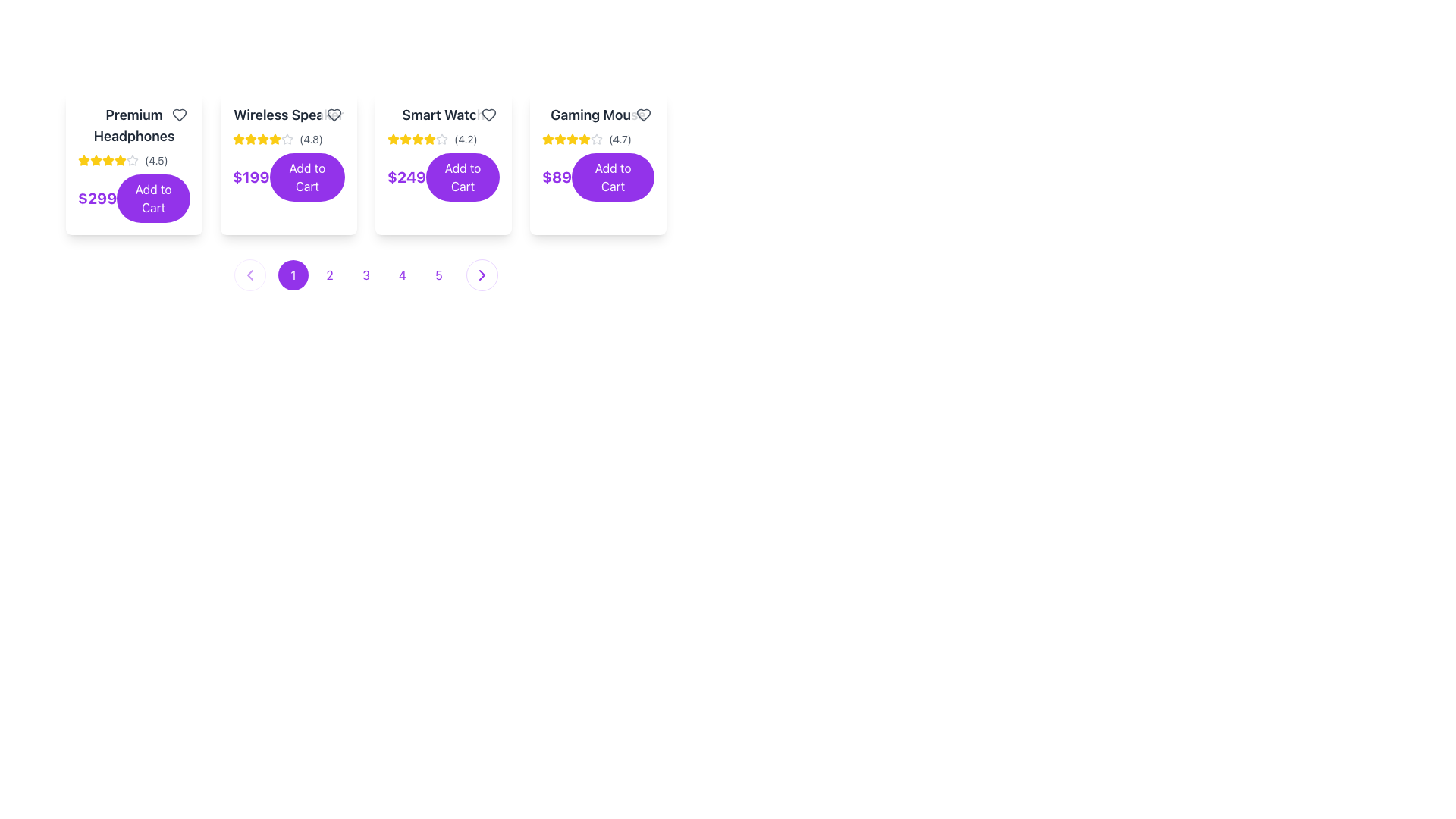 The image size is (1456, 819). Describe the element at coordinates (488, 114) in the screenshot. I see `the favorite icon button located in the top-right corner of the 'Smart Watch' product card to mark the product as liked or add it to the favorites list` at that location.